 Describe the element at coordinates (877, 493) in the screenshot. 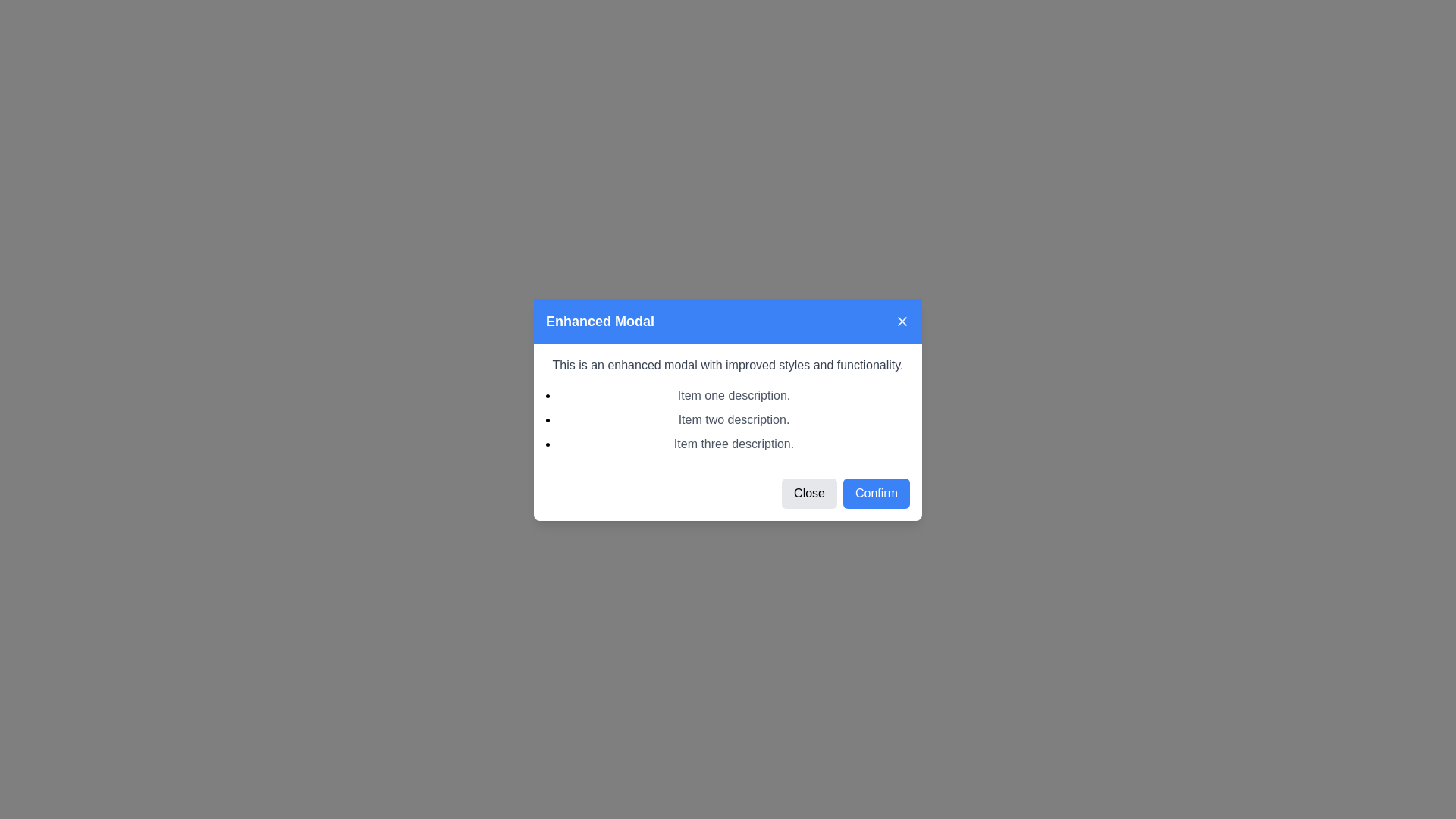

I see `the confirm button located at the bottom-right section of the modal dialog to change its color` at that location.